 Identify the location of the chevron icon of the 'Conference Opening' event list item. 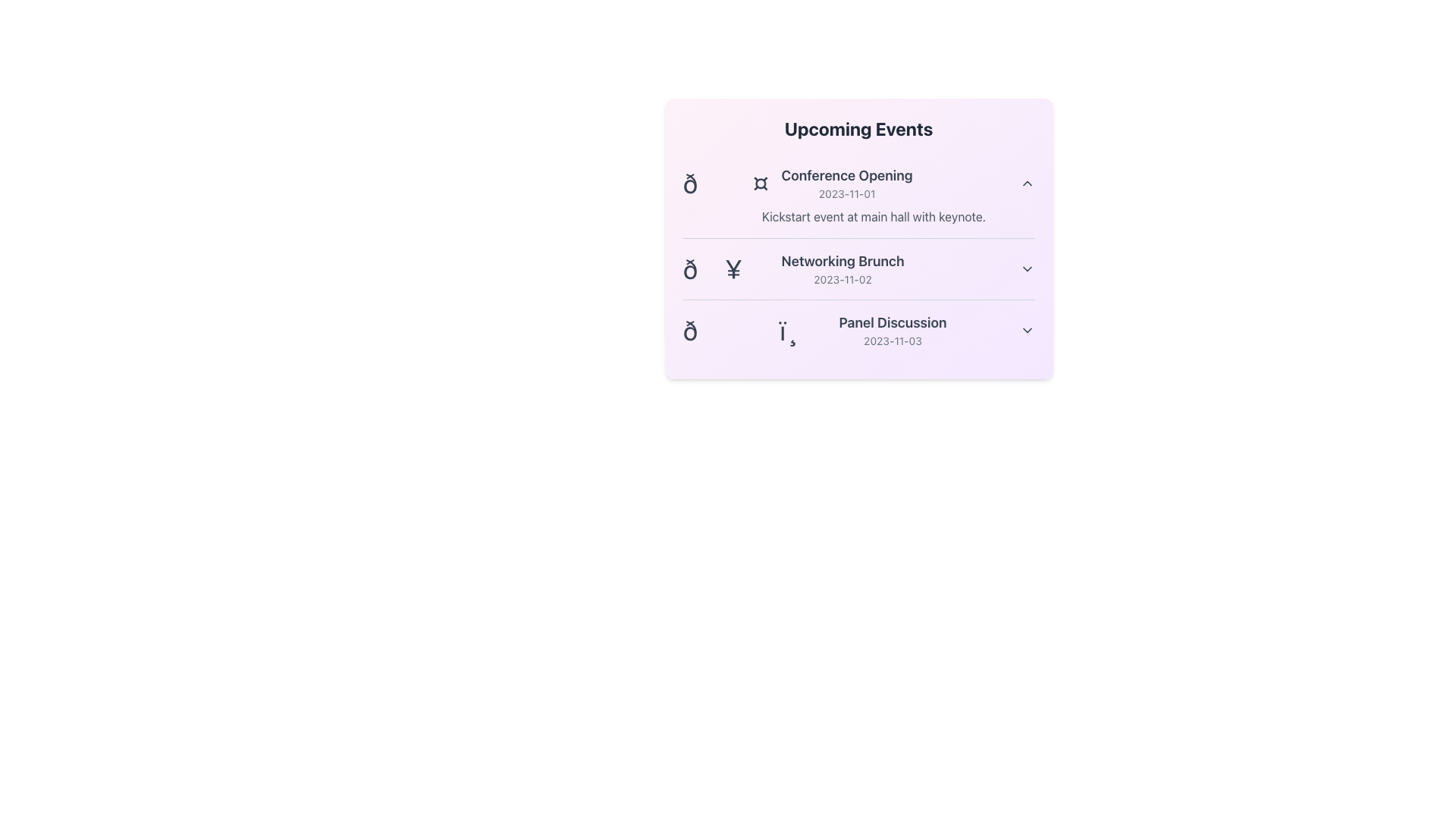
(858, 195).